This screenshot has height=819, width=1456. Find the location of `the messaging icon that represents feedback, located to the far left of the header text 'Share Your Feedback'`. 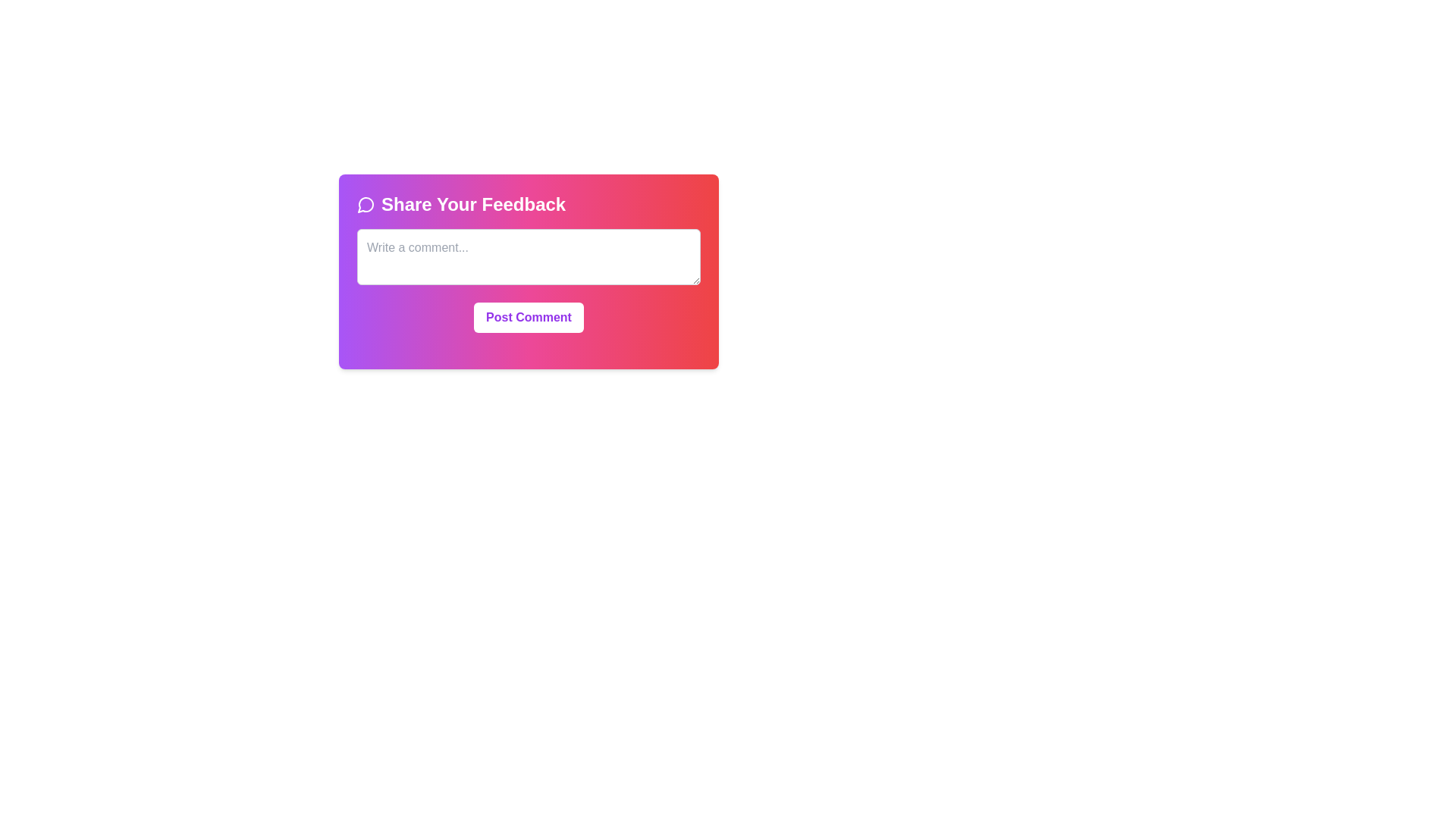

the messaging icon that represents feedback, located to the far left of the header text 'Share Your Feedback' is located at coordinates (366, 205).